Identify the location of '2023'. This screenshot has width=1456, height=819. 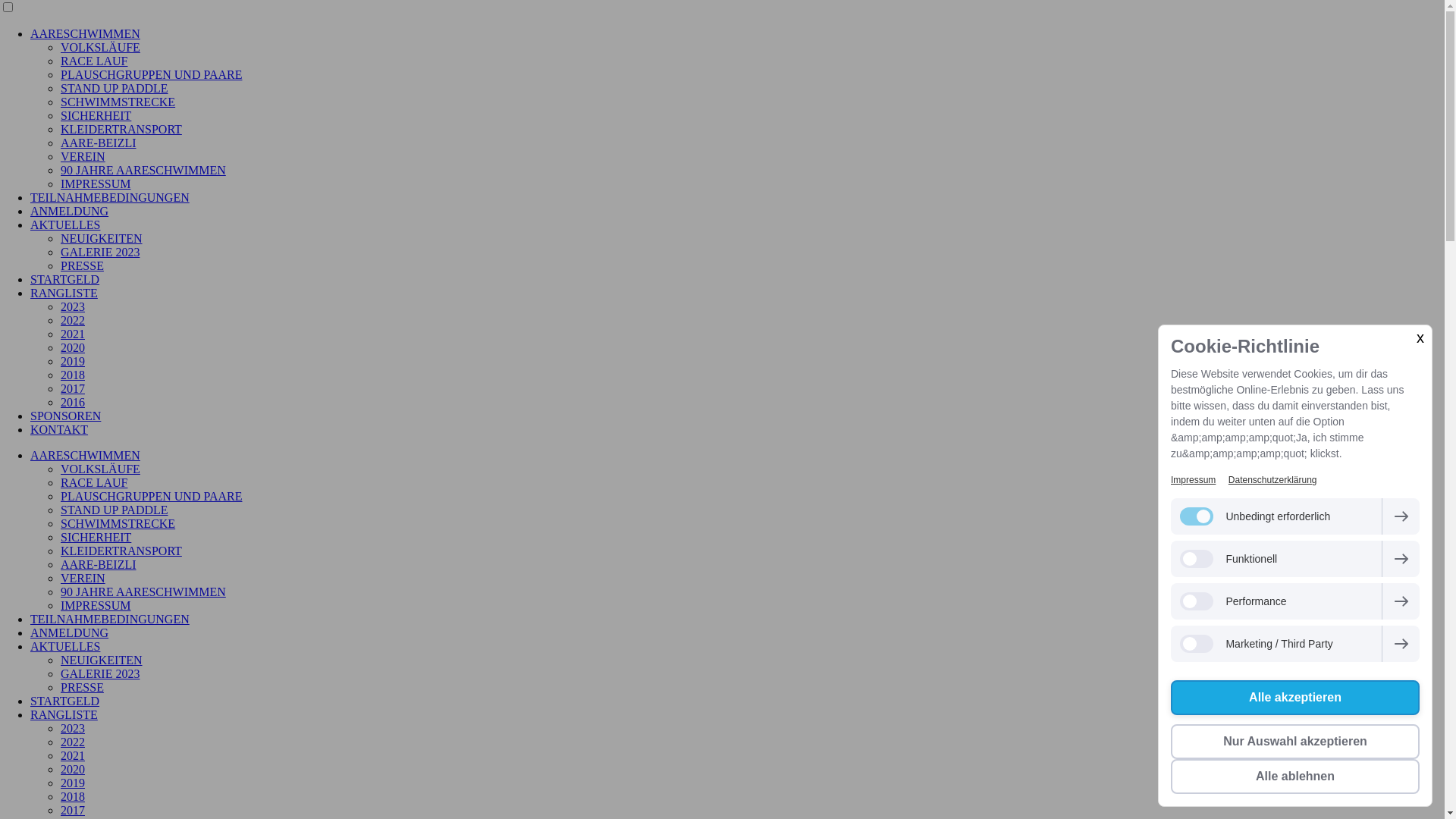
(72, 727).